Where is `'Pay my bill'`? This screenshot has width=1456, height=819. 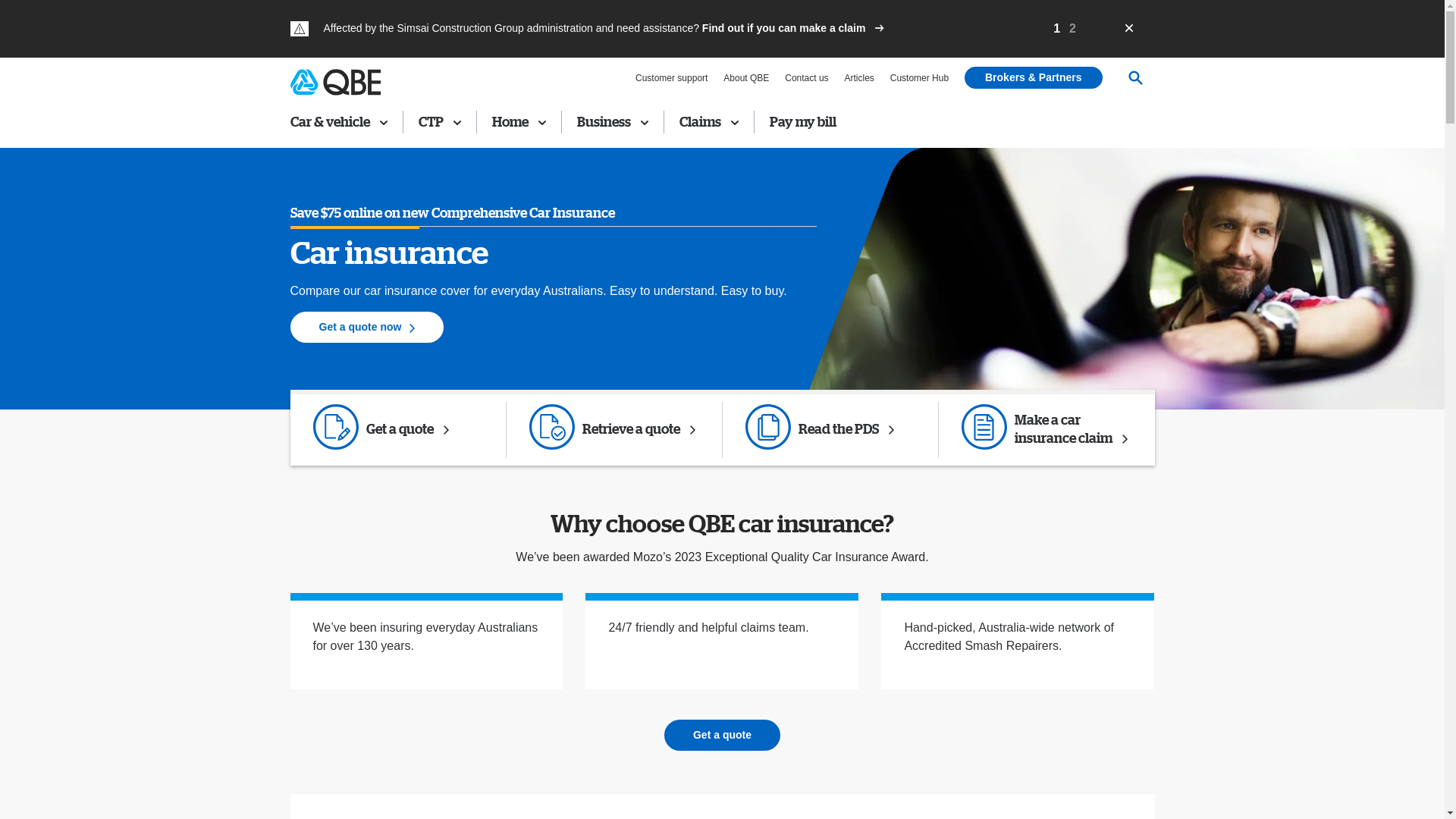
'Pay my bill' is located at coordinates (801, 121).